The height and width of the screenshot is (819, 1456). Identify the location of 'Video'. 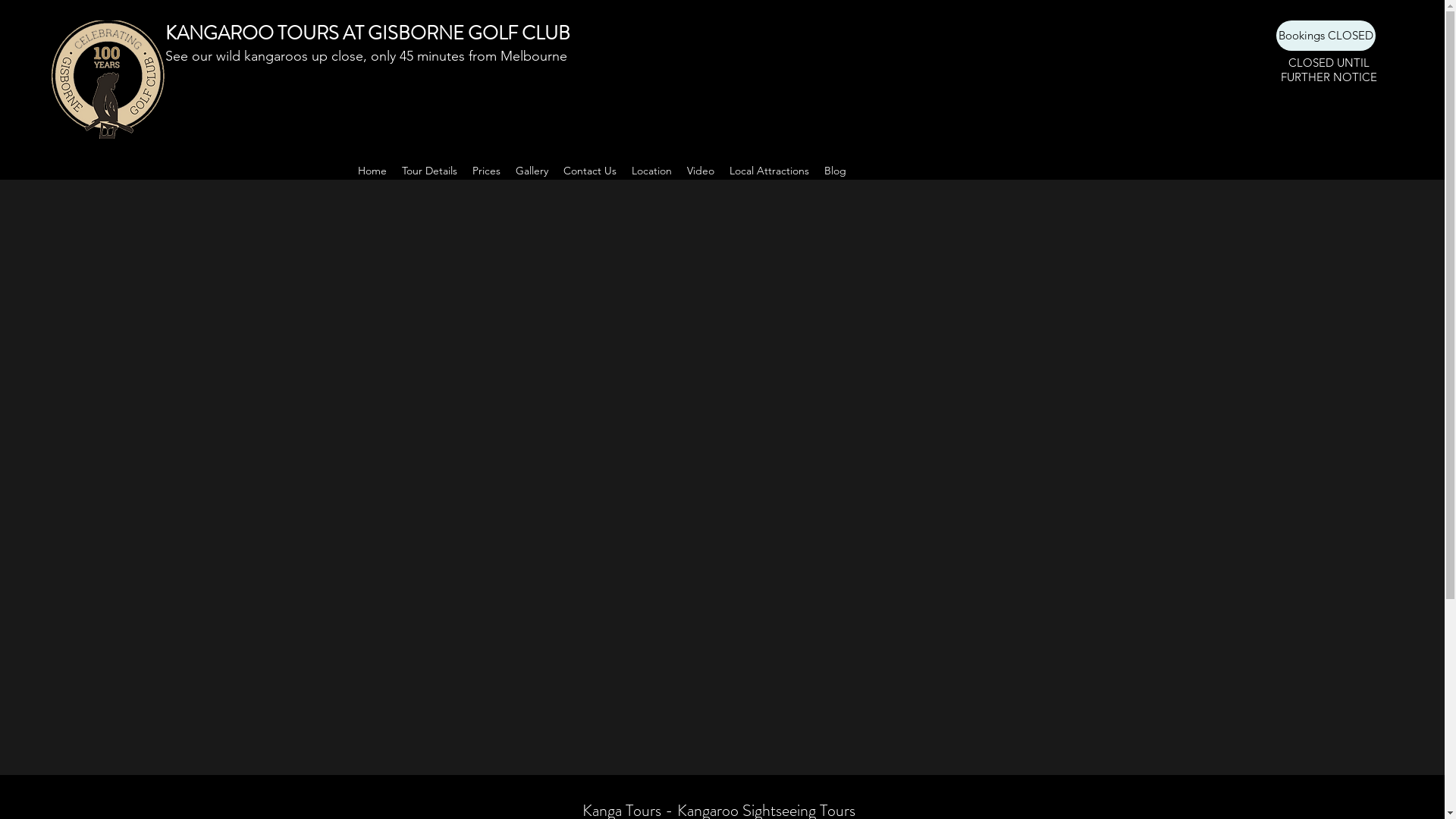
(700, 170).